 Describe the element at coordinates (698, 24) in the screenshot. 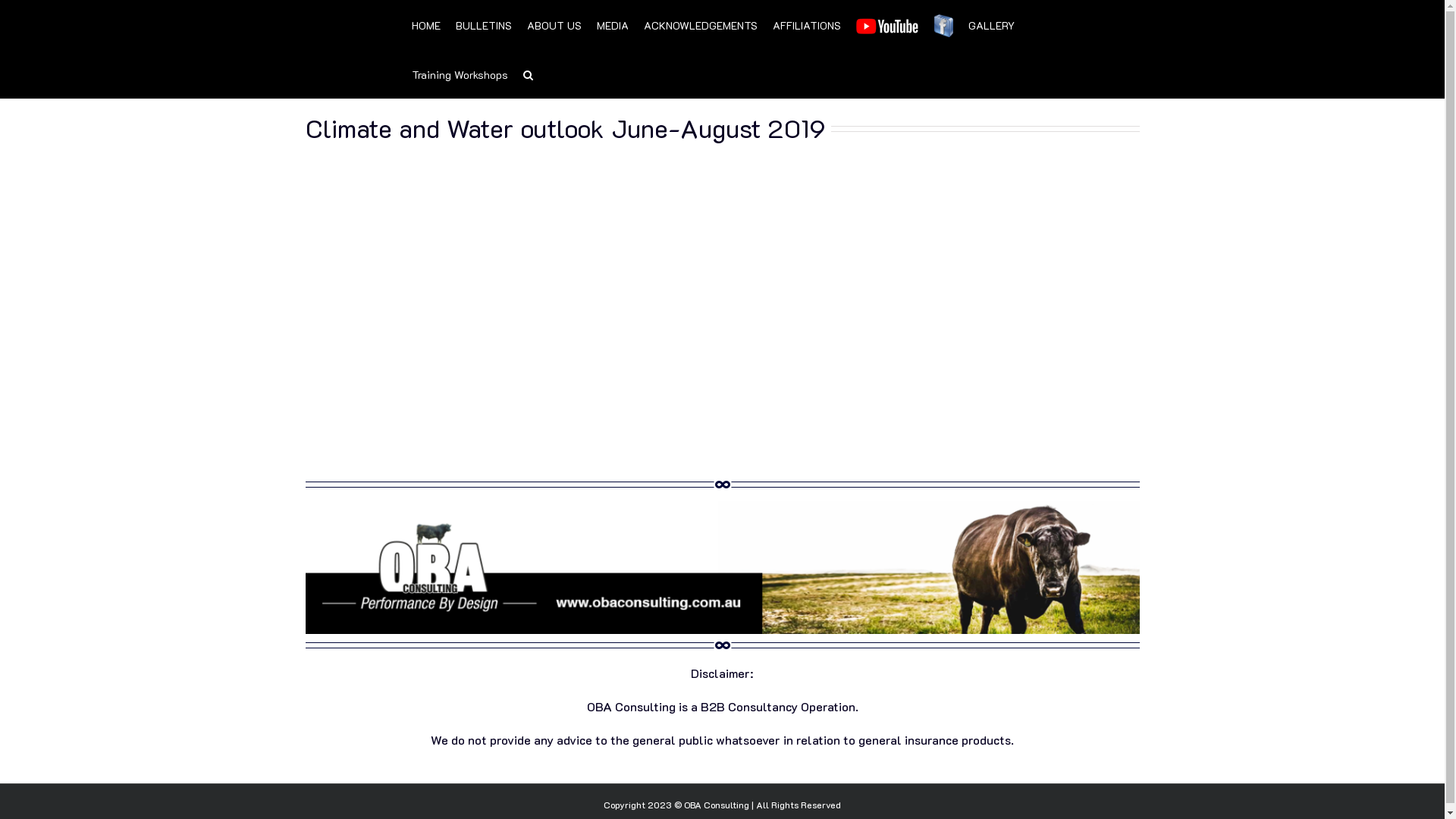

I see `'ACKNOWLEDGEMENTS'` at that location.